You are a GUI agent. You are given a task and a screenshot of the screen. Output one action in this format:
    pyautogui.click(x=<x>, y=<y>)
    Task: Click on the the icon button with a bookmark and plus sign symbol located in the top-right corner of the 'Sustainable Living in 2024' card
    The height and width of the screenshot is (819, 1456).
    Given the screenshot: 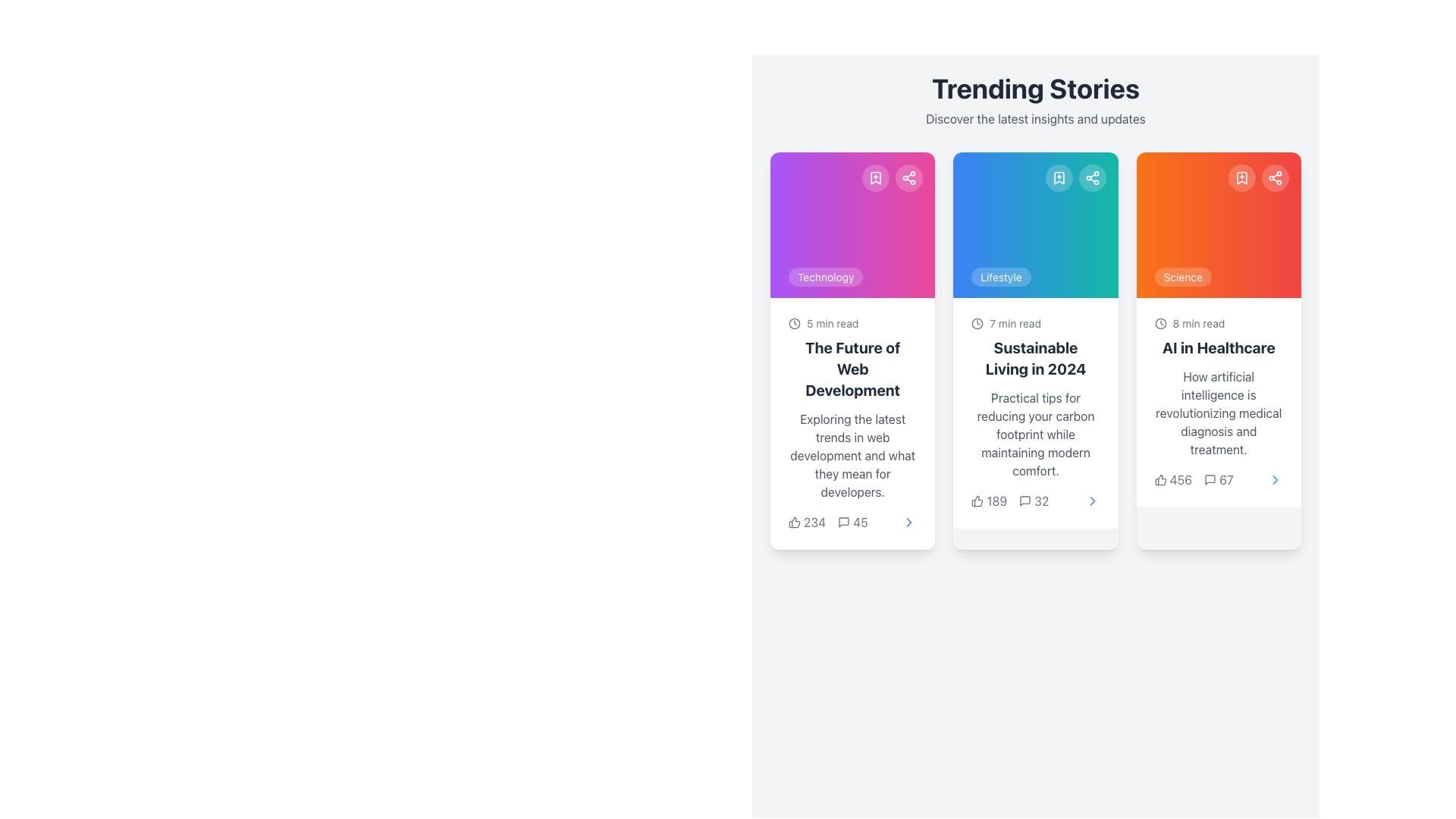 What is the action you would take?
    pyautogui.click(x=1058, y=177)
    